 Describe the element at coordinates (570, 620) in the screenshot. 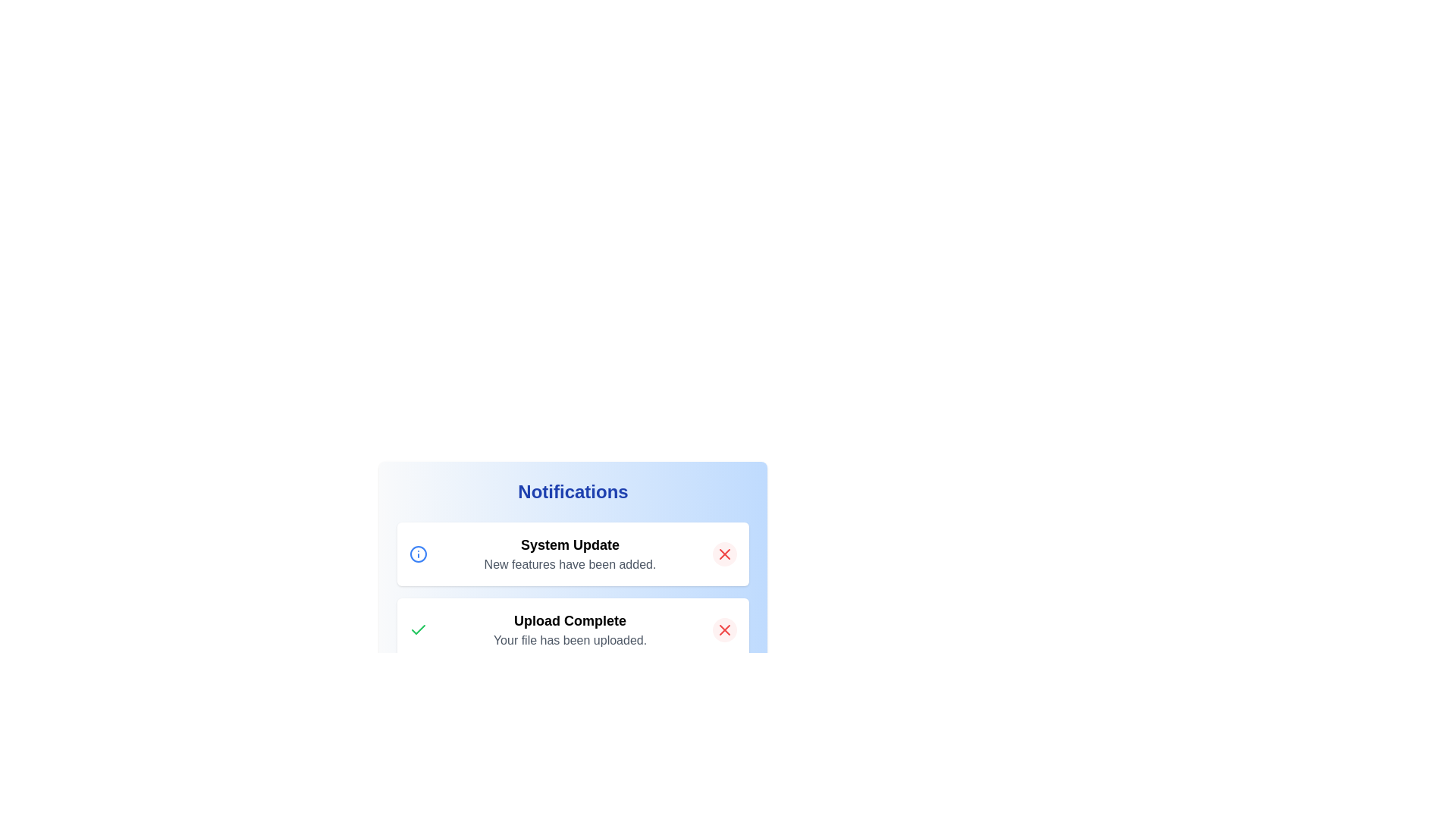

I see `text displayed in the bold text label stating 'Upload Complete', which serves as the title for the notification card` at that location.